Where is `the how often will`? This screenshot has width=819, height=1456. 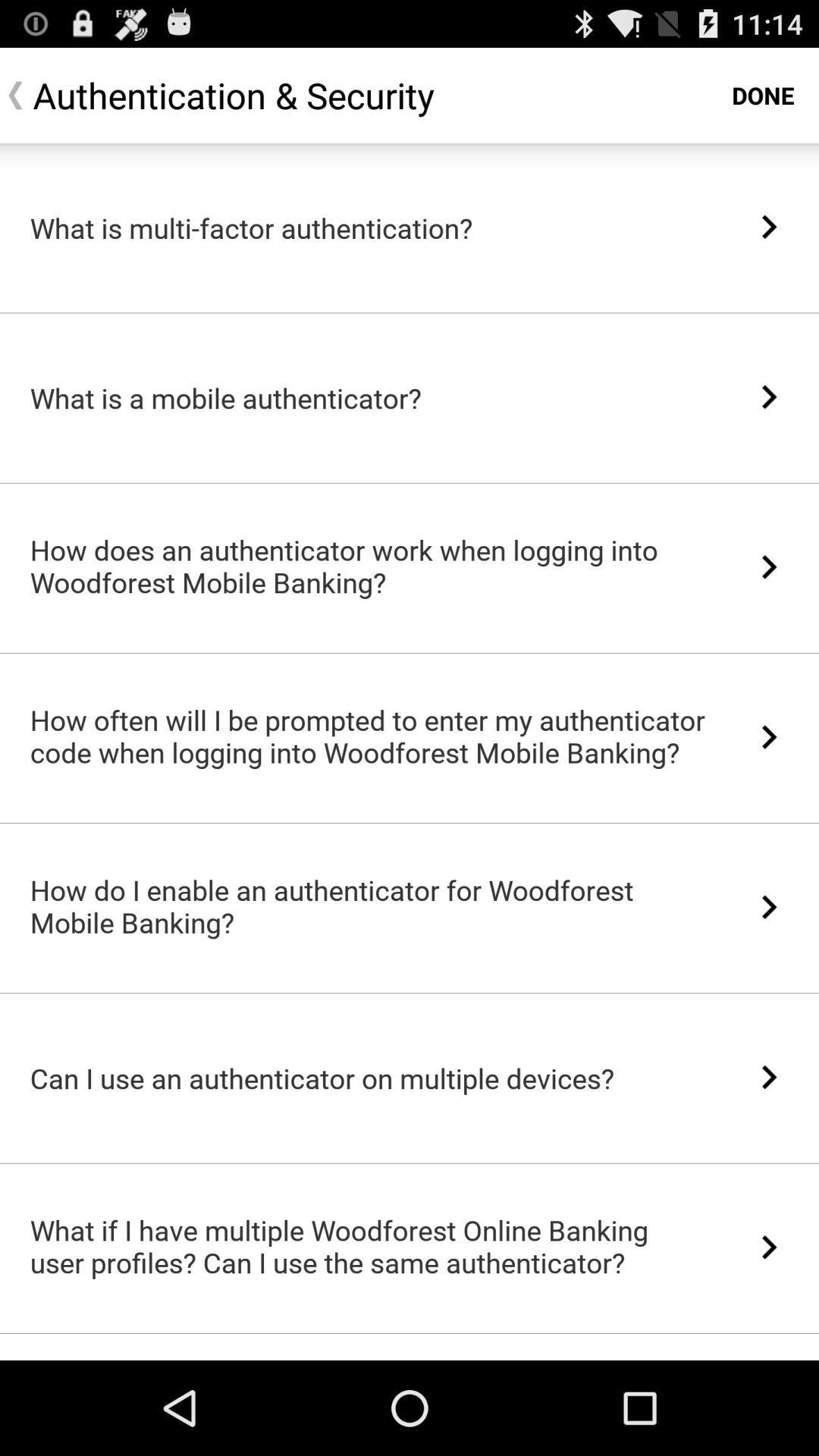 the how often will is located at coordinates (369, 736).